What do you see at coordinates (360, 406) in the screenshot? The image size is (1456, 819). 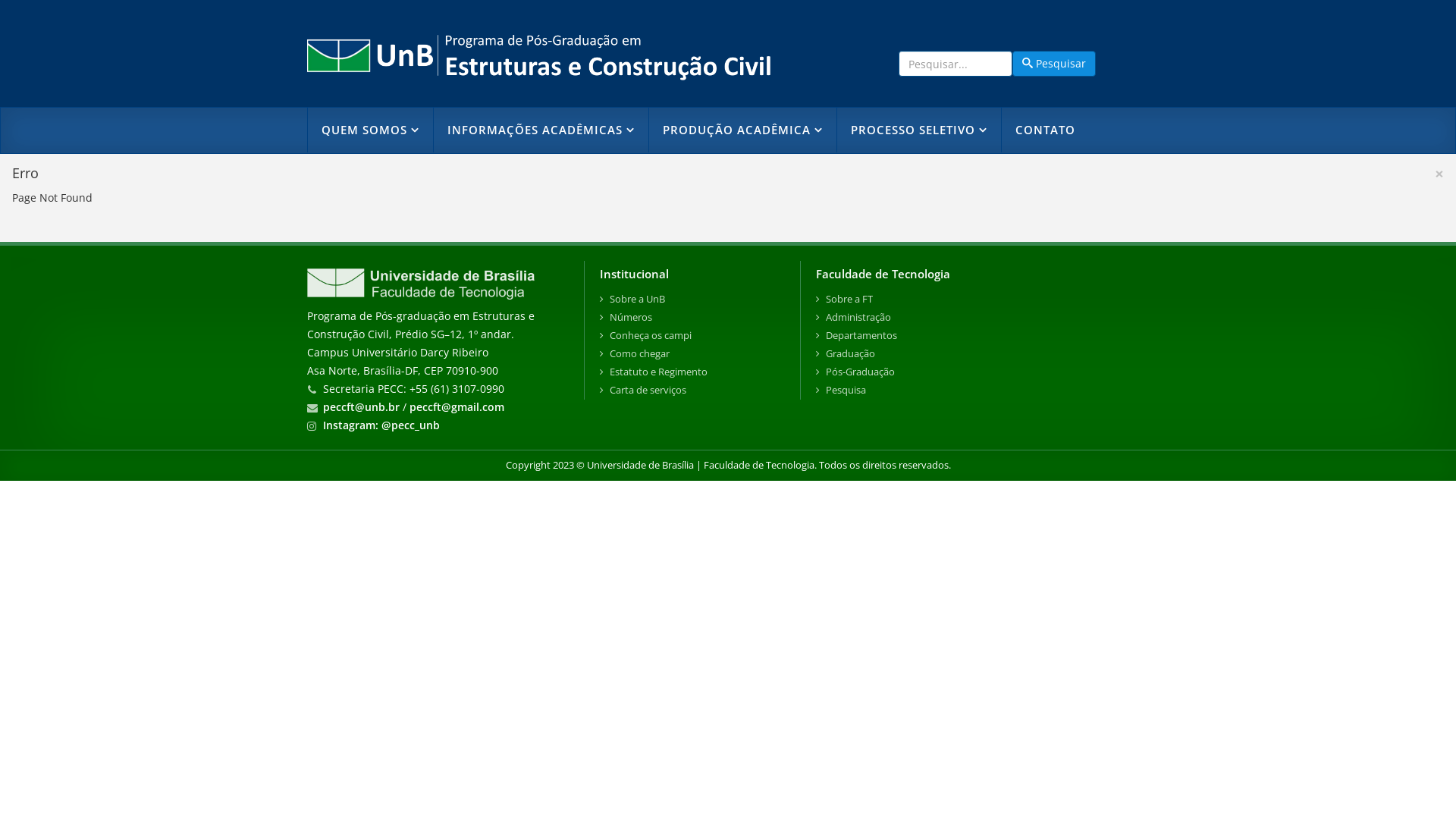 I see `'peccft@unb.br'` at bounding box center [360, 406].